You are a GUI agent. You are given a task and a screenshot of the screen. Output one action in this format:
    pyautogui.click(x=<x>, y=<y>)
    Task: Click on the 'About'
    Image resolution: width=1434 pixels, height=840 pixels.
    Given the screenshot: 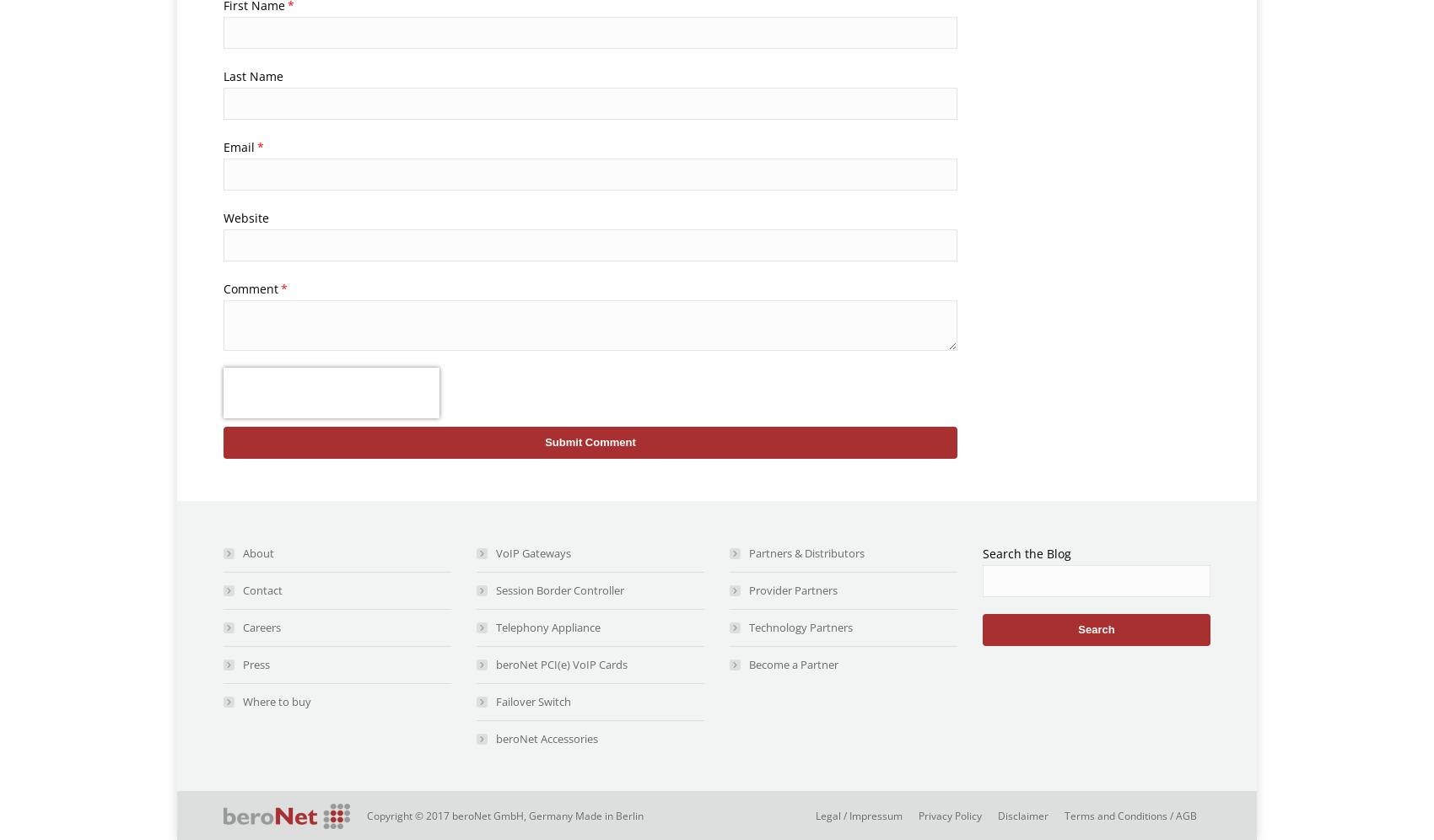 What is the action you would take?
    pyautogui.click(x=258, y=552)
    